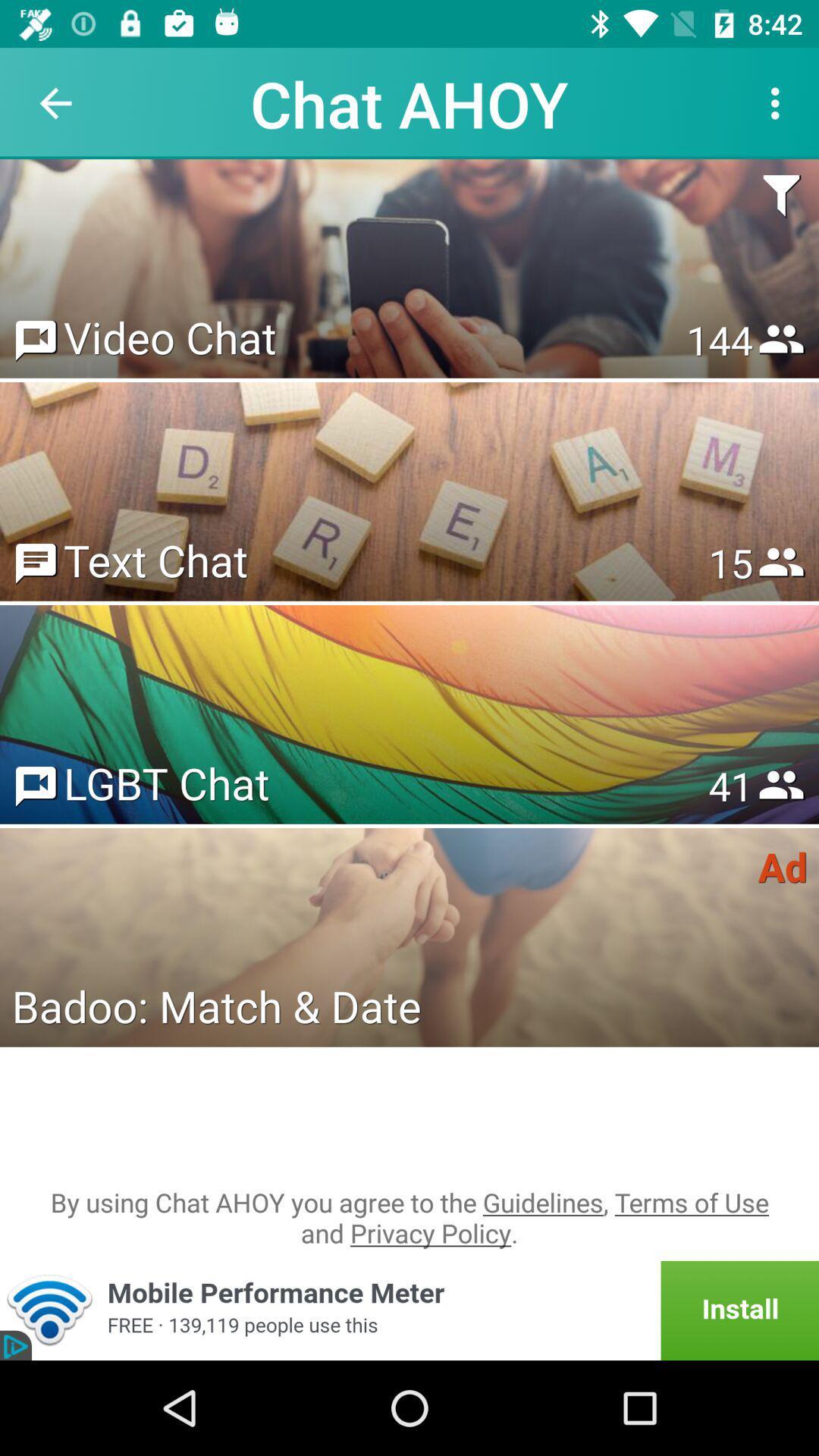  What do you see at coordinates (779, 102) in the screenshot?
I see `icon next to the chat ahoy item` at bounding box center [779, 102].